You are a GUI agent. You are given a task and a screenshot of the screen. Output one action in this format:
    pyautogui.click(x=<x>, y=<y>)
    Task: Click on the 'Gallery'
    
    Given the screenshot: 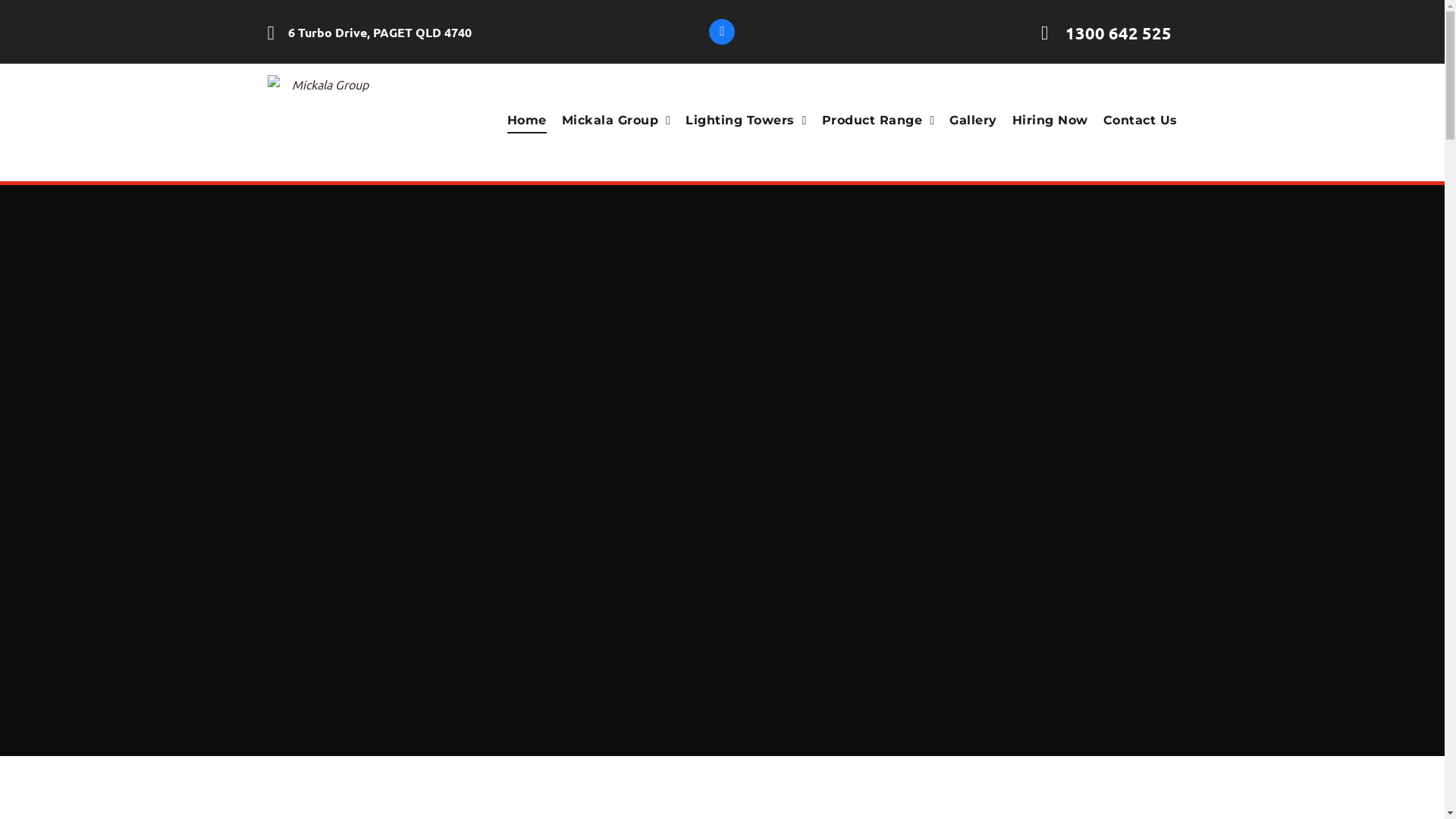 What is the action you would take?
    pyautogui.click(x=964, y=119)
    